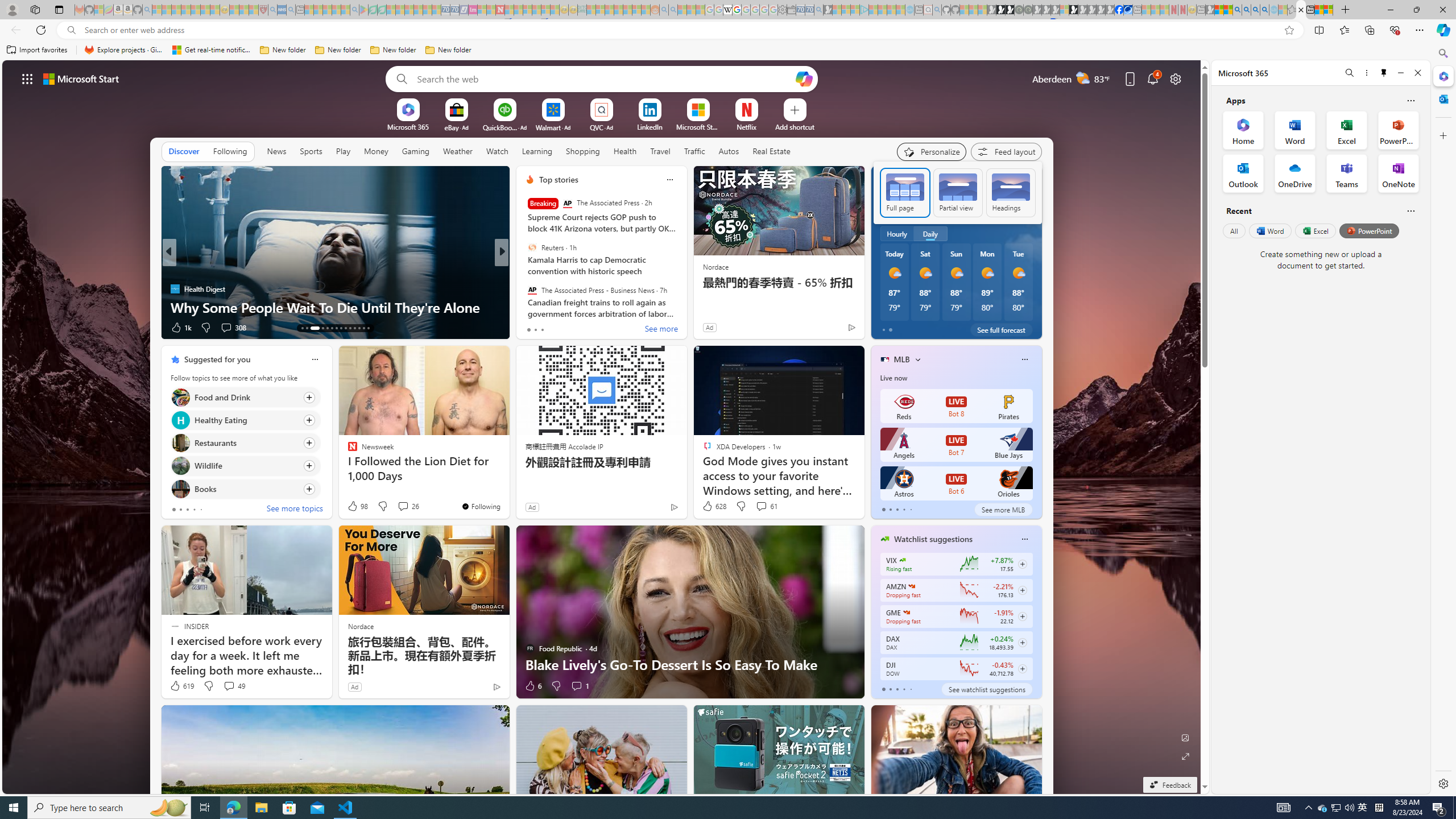 The image size is (1456, 819). I want to click on 'Word', so click(1269, 230).